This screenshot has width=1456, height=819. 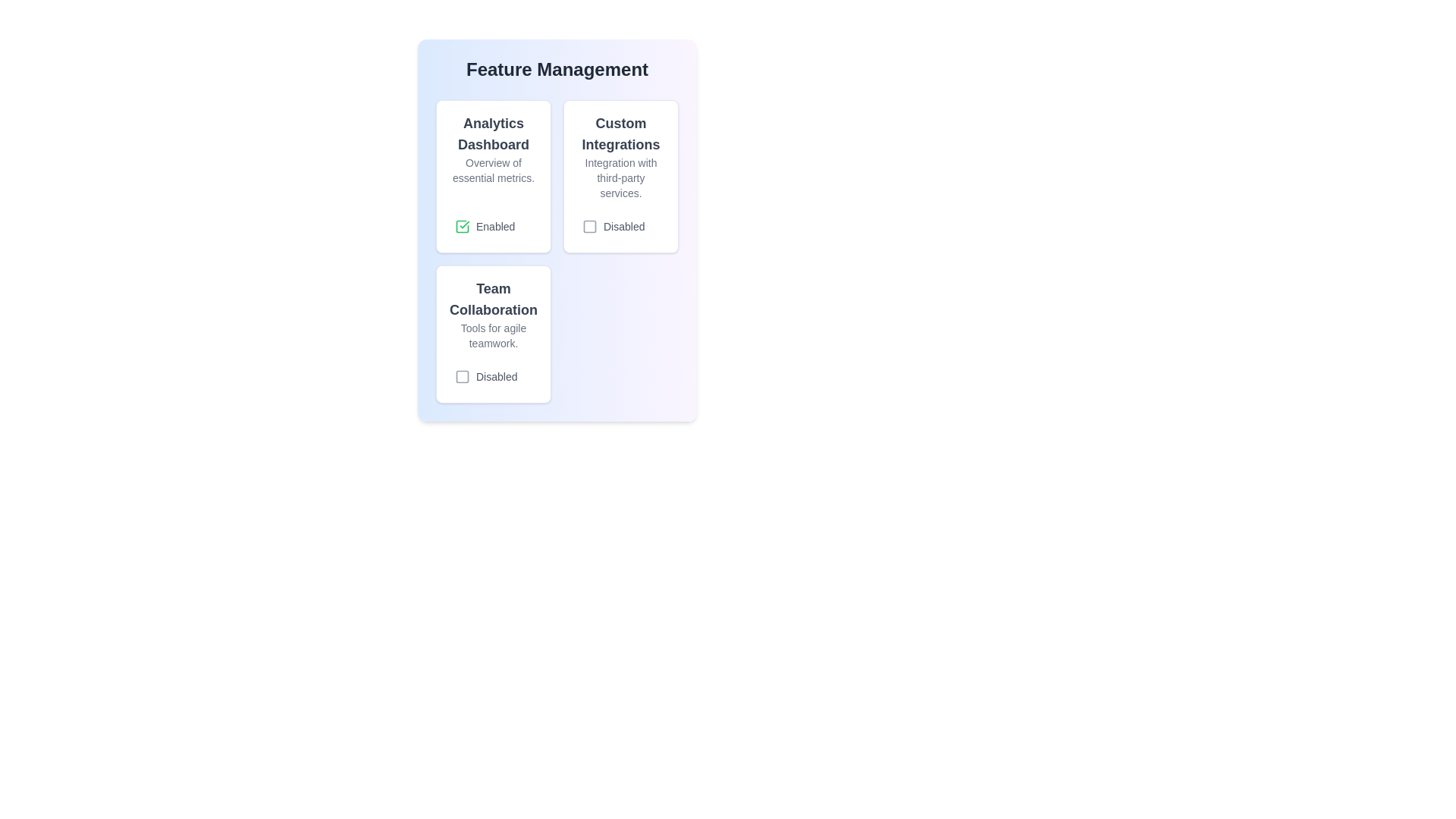 What do you see at coordinates (461, 227) in the screenshot?
I see `the green check icon located in the 'Enabled' checkbox within the 'Analytics Dashboard' section to interact with it` at bounding box center [461, 227].